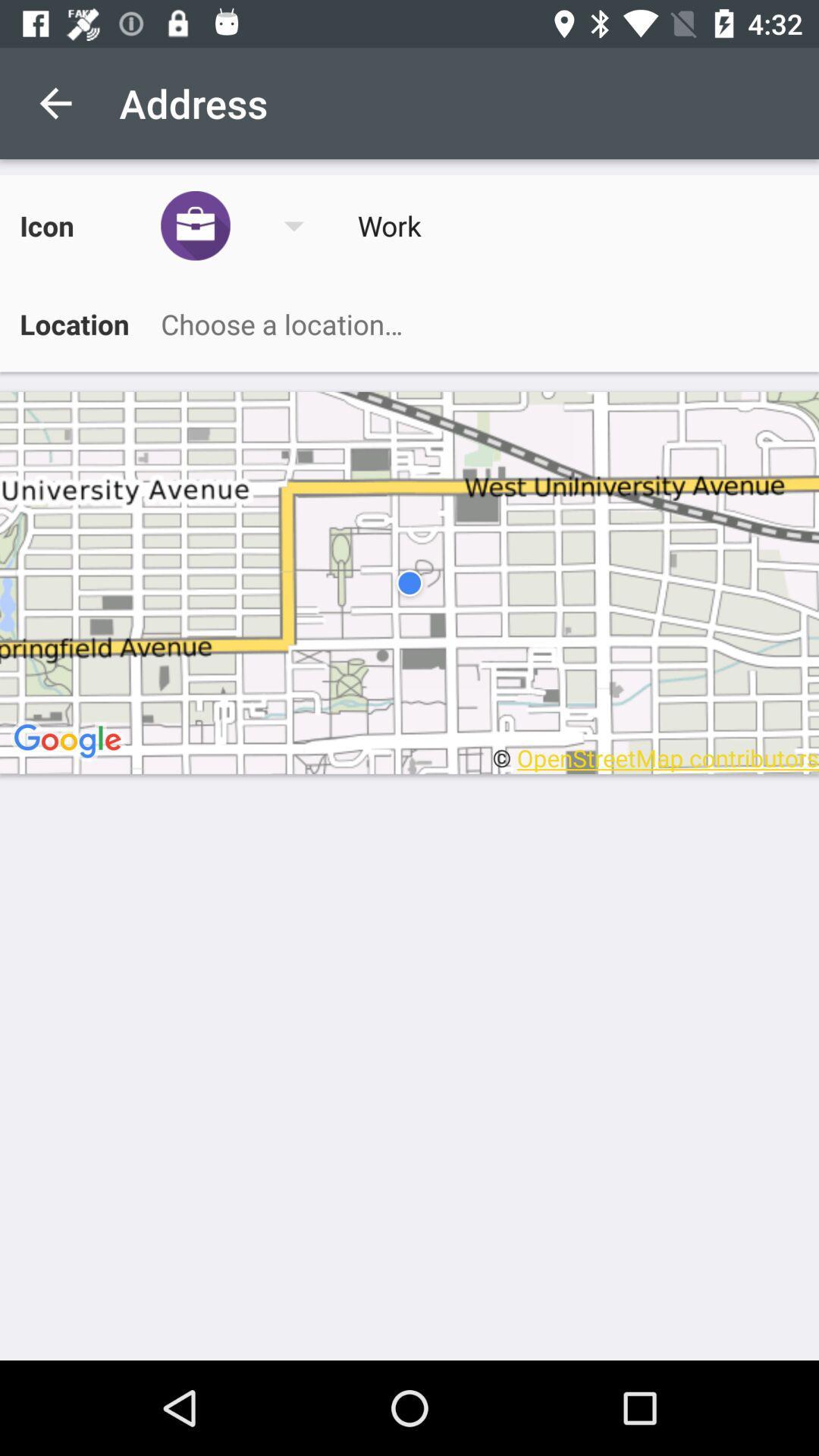  I want to click on search, so click(471, 323).